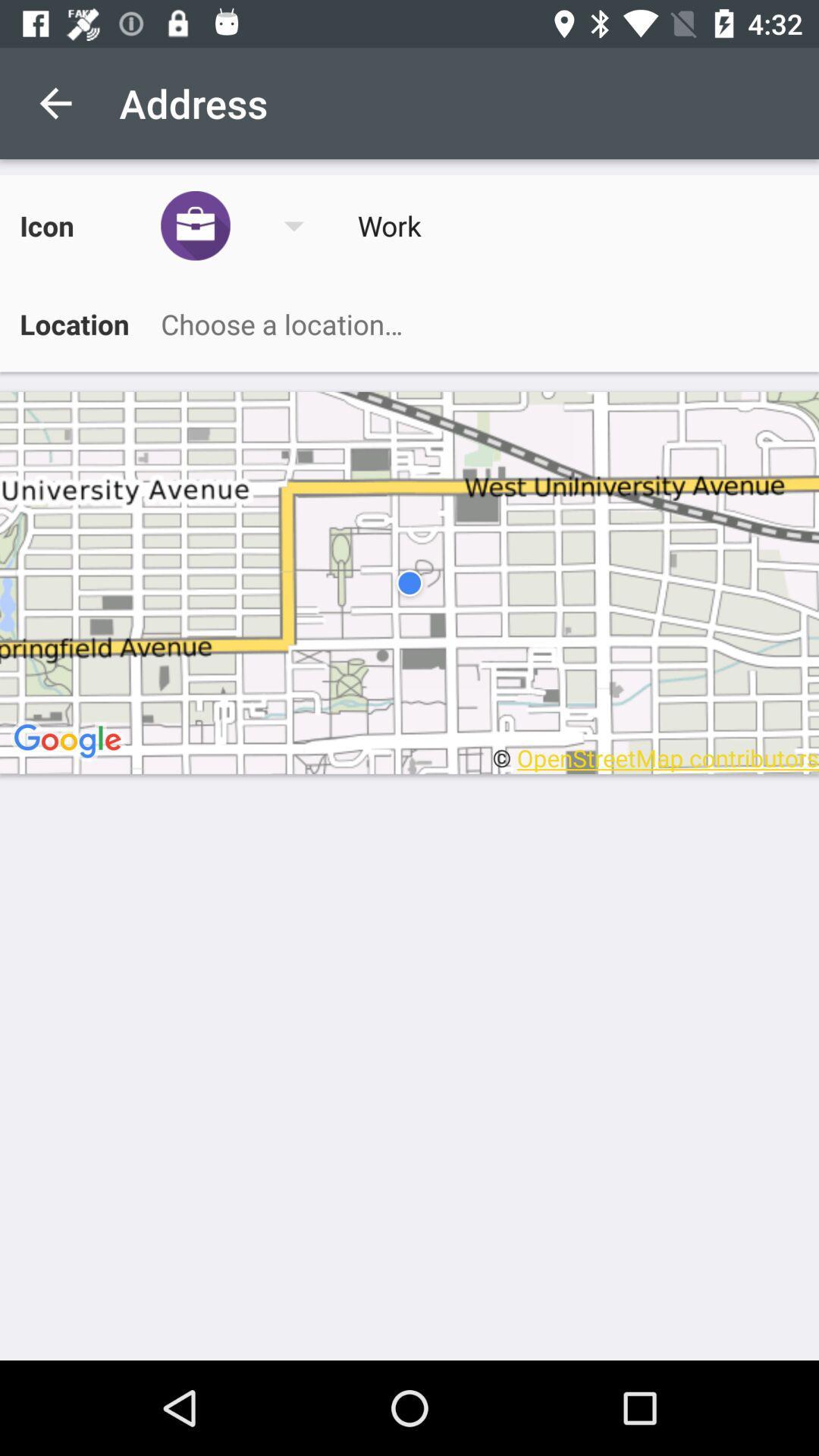  I want to click on search, so click(471, 323).